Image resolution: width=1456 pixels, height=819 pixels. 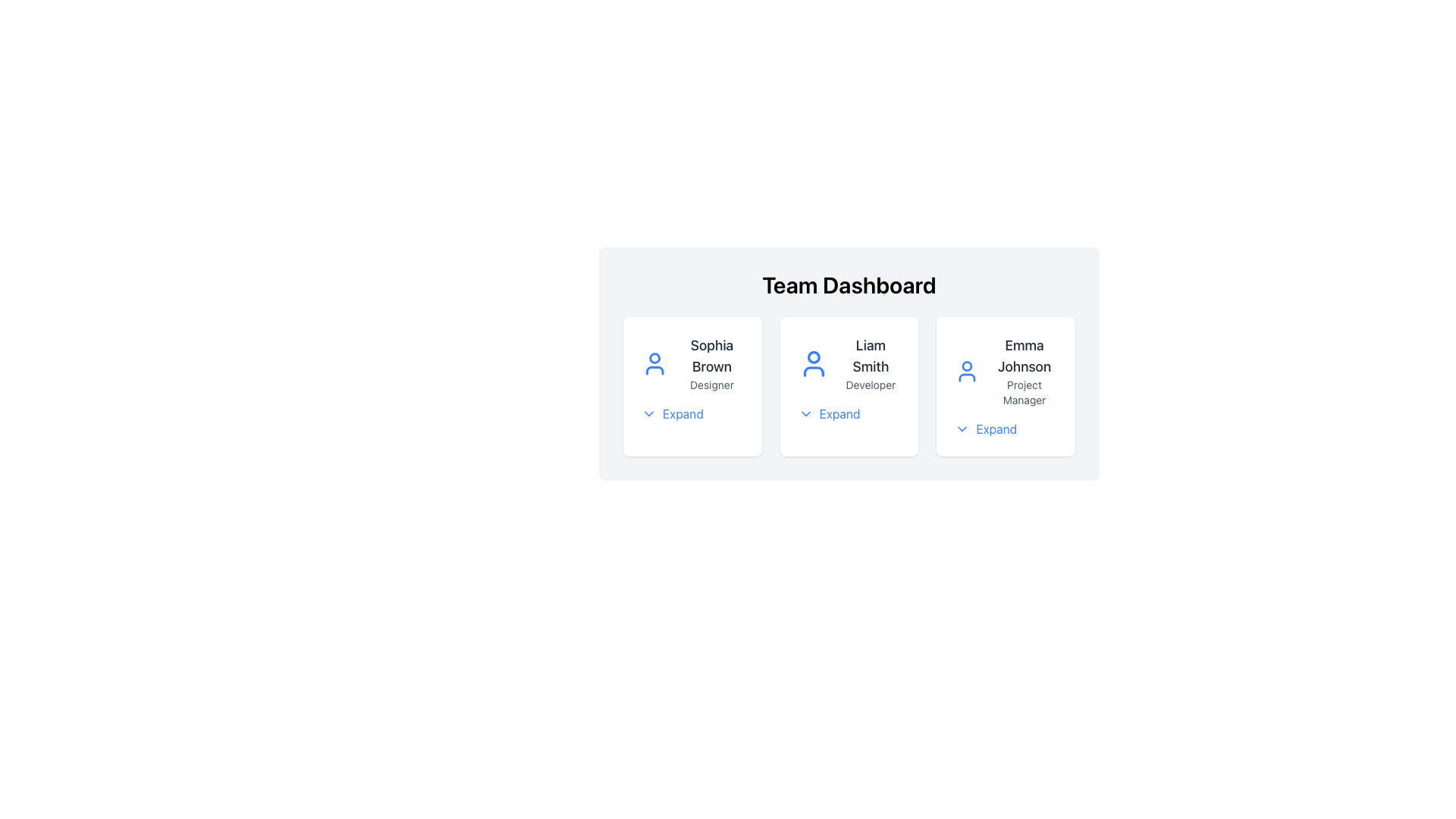 I want to click on the text 'Sophia Brown' in the upper-middle position of the leftmost user profile card, so click(x=711, y=356).